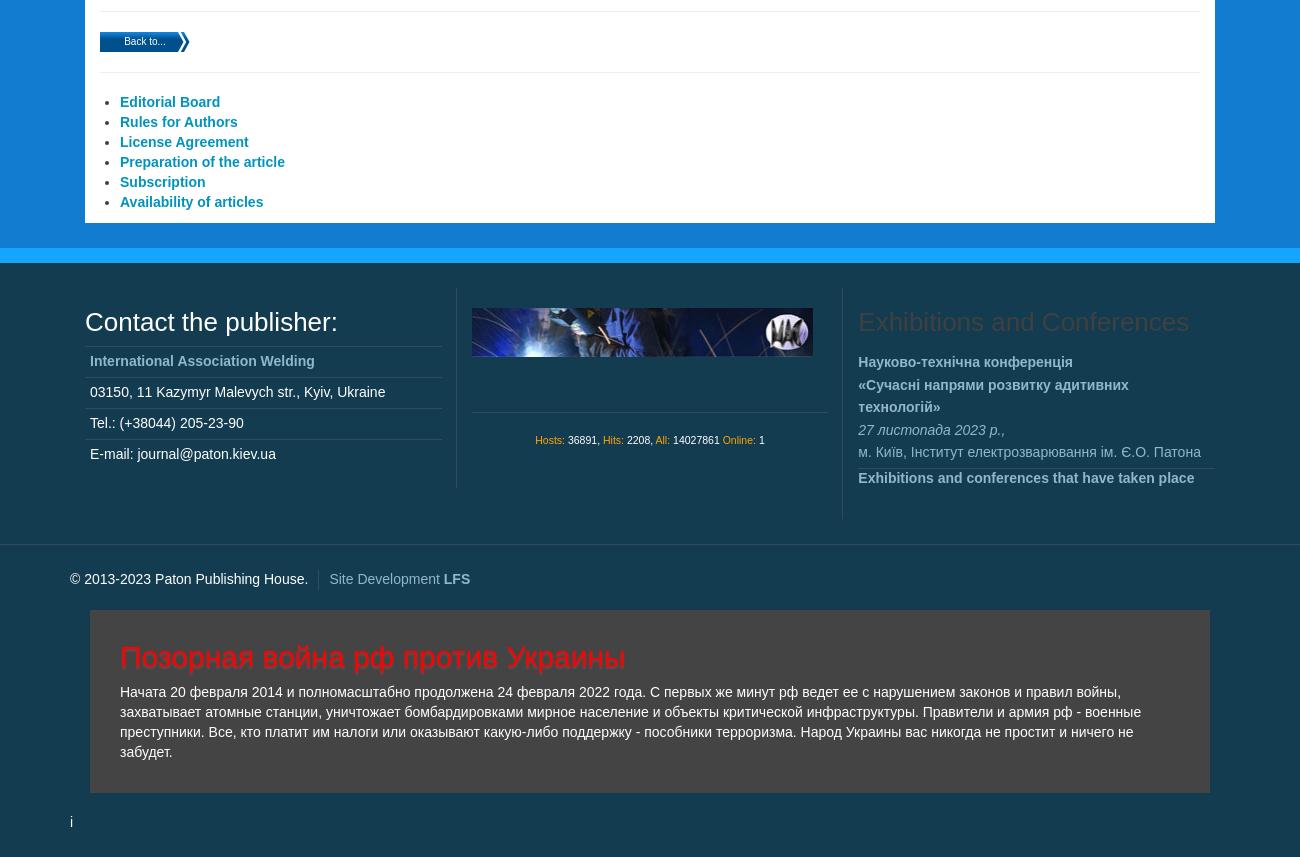 The image size is (1300, 857). What do you see at coordinates (1022, 321) in the screenshot?
I see `'Exhibitions and Conferences'` at bounding box center [1022, 321].